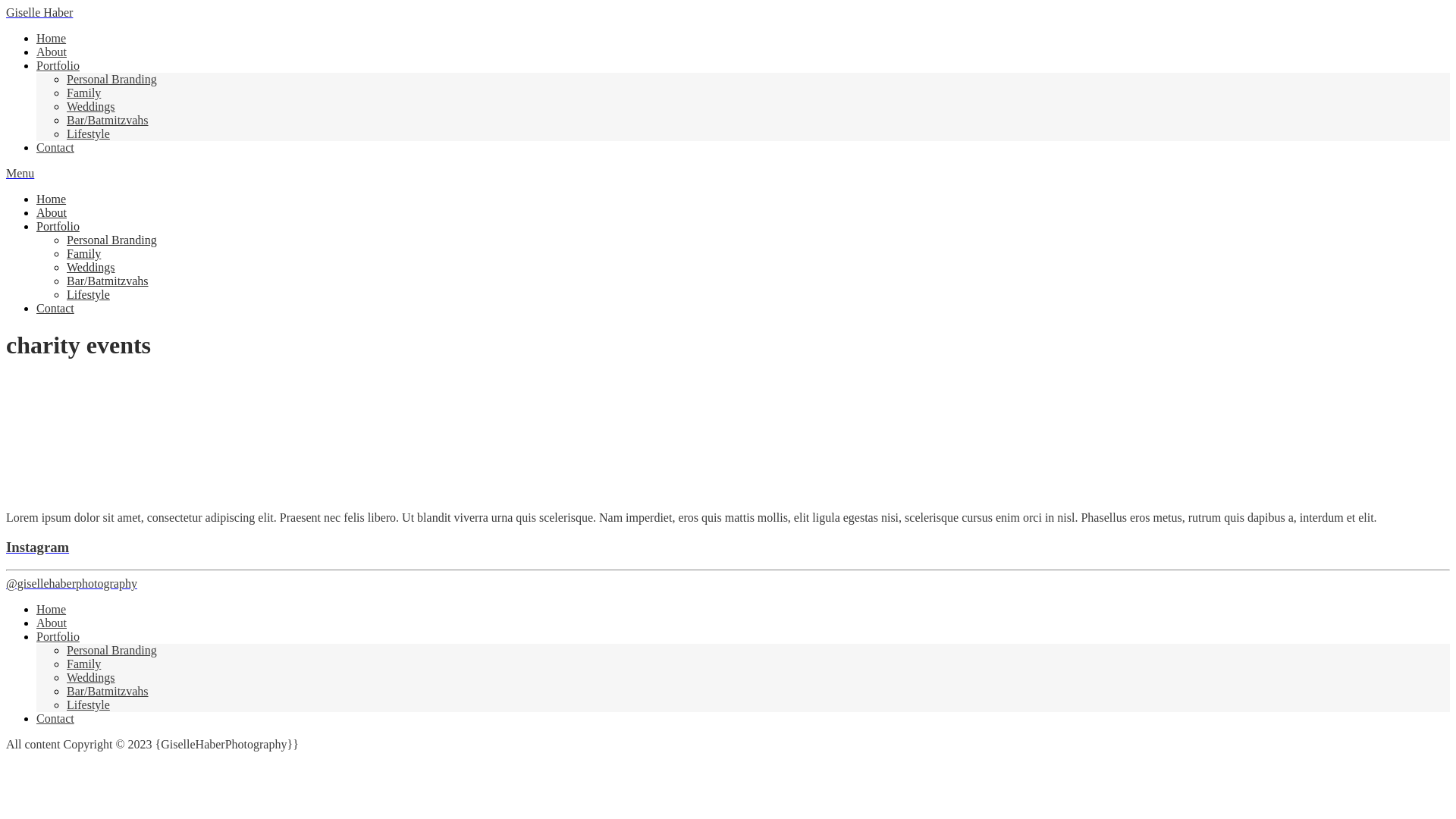 This screenshot has height=819, width=1456. Describe the element at coordinates (87, 704) in the screenshot. I see `'Lifestyle'` at that location.